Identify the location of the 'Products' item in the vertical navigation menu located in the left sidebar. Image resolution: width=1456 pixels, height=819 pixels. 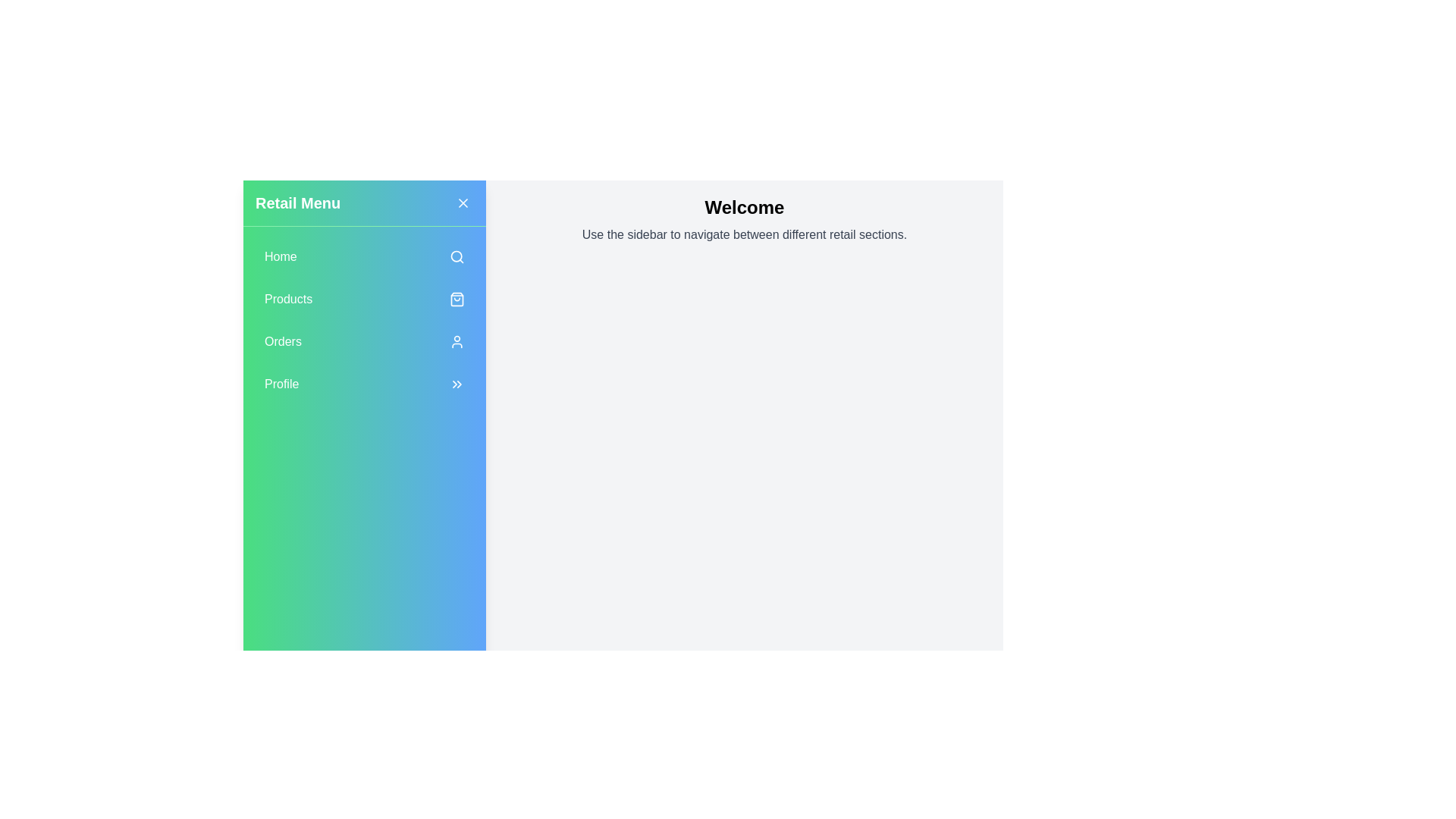
(364, 323).